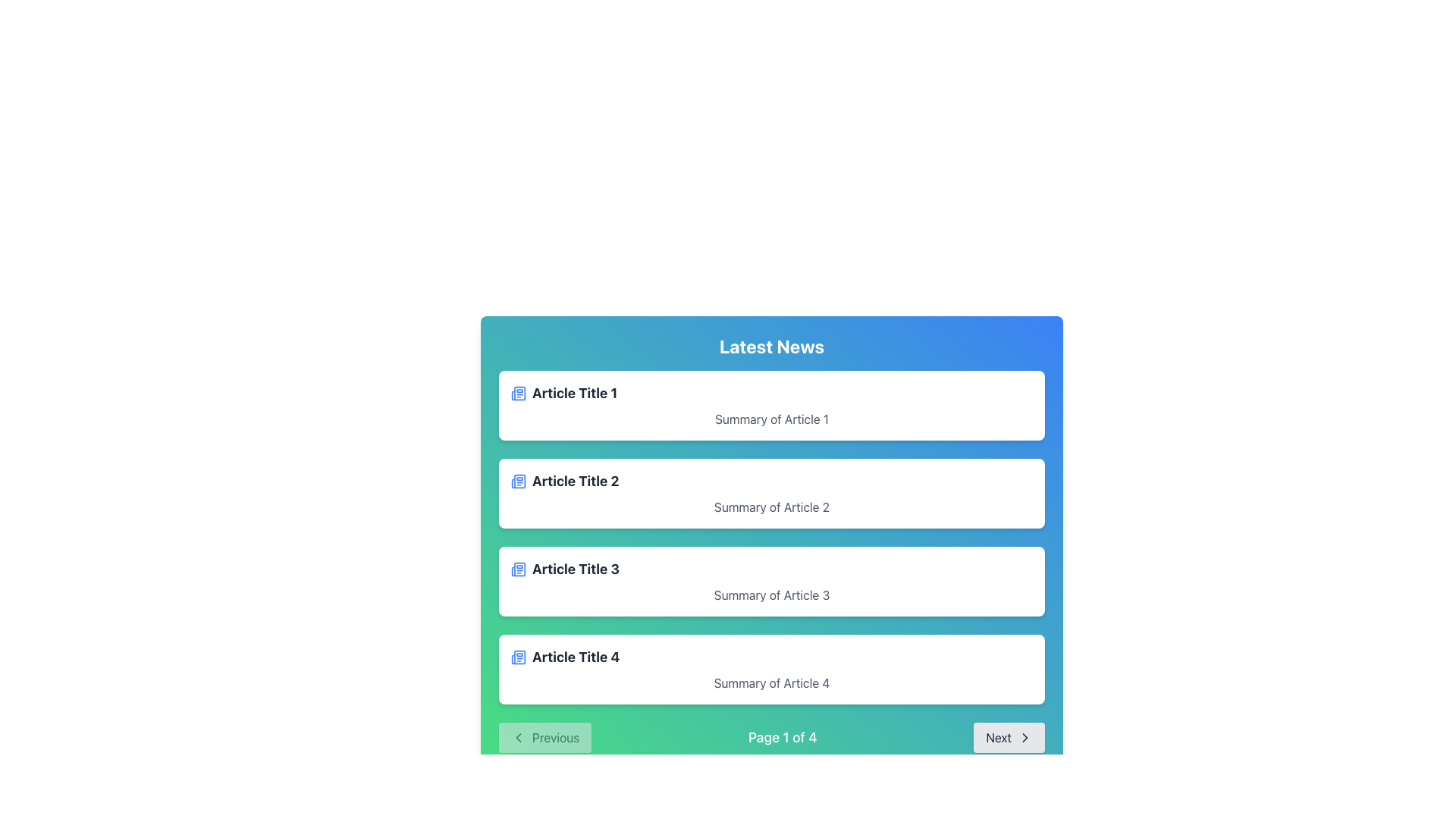 Image resolution: width=1456 pixels, height=819 pixels. What do you see at coordinates (519, 736) in the screenshot?
I see `the left-facing chevron icon within the 'Previous' button` at bounding box center [519, 736].